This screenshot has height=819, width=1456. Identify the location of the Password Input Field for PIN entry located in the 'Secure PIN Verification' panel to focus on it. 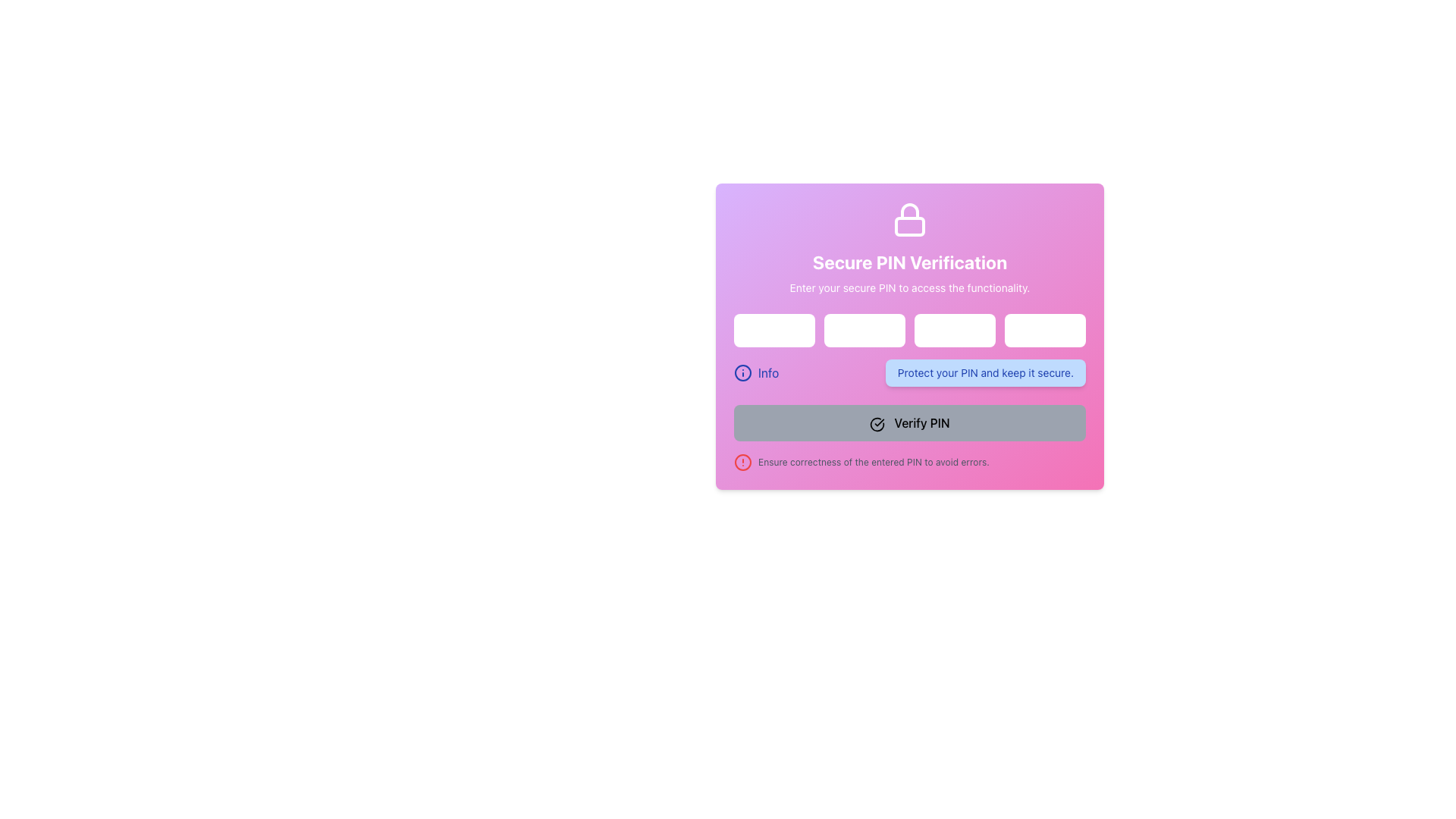
(910, 329).